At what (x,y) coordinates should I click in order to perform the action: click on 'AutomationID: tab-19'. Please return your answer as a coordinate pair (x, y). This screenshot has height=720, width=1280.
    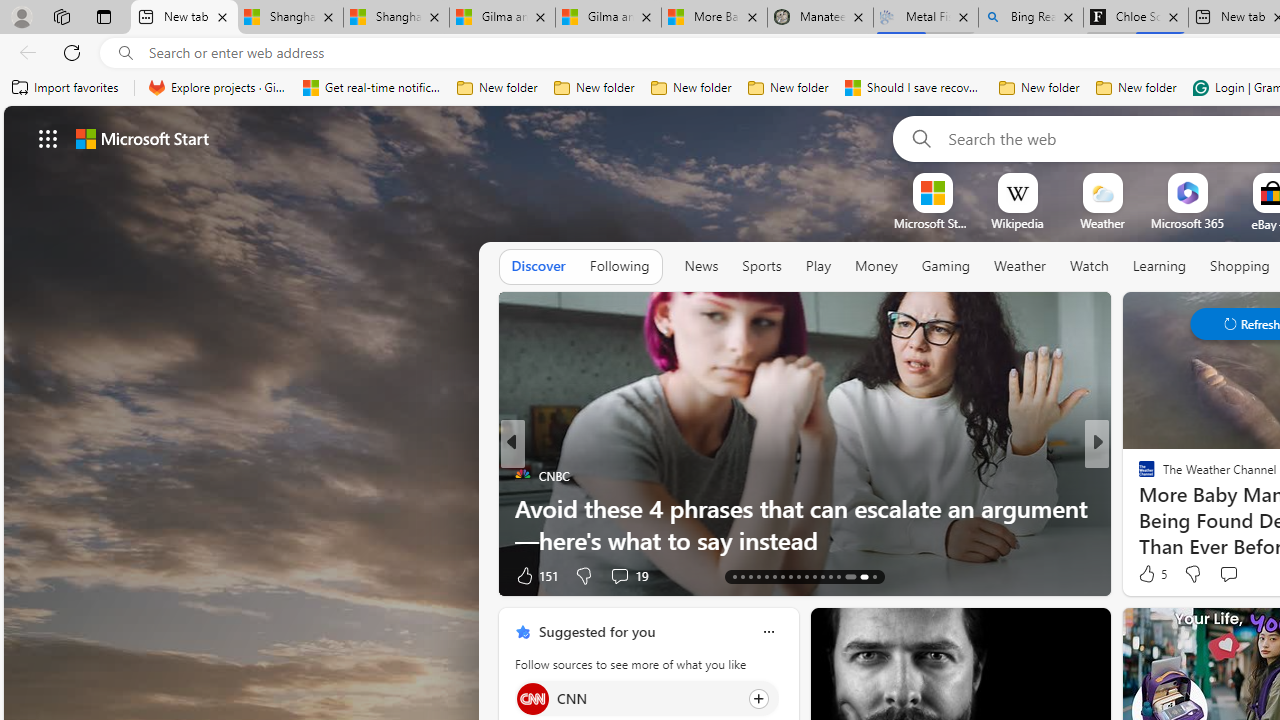
    Looking at the image, I should click on (781, 577).